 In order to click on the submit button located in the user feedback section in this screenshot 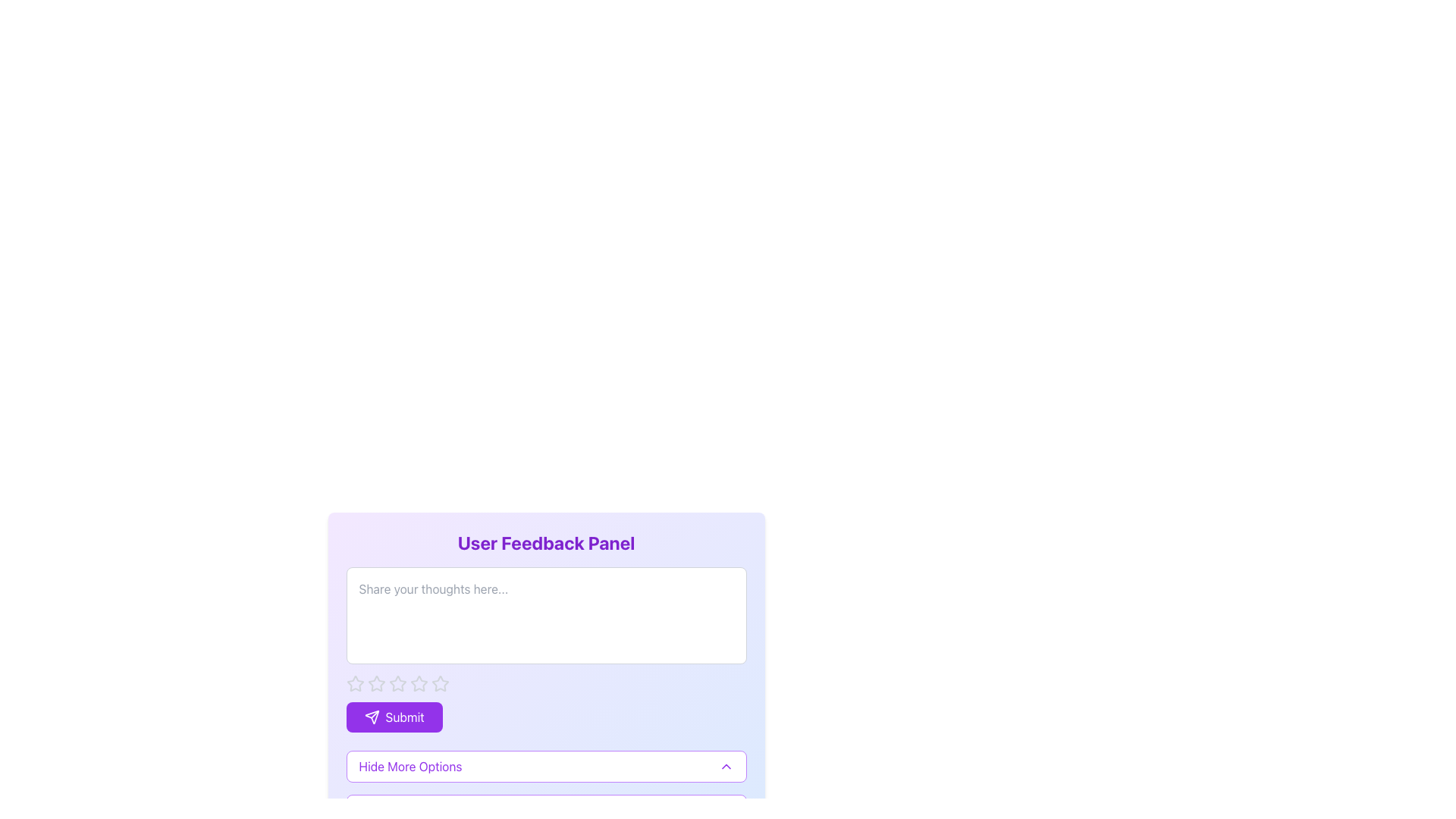, I will do `click(394, 717)`.